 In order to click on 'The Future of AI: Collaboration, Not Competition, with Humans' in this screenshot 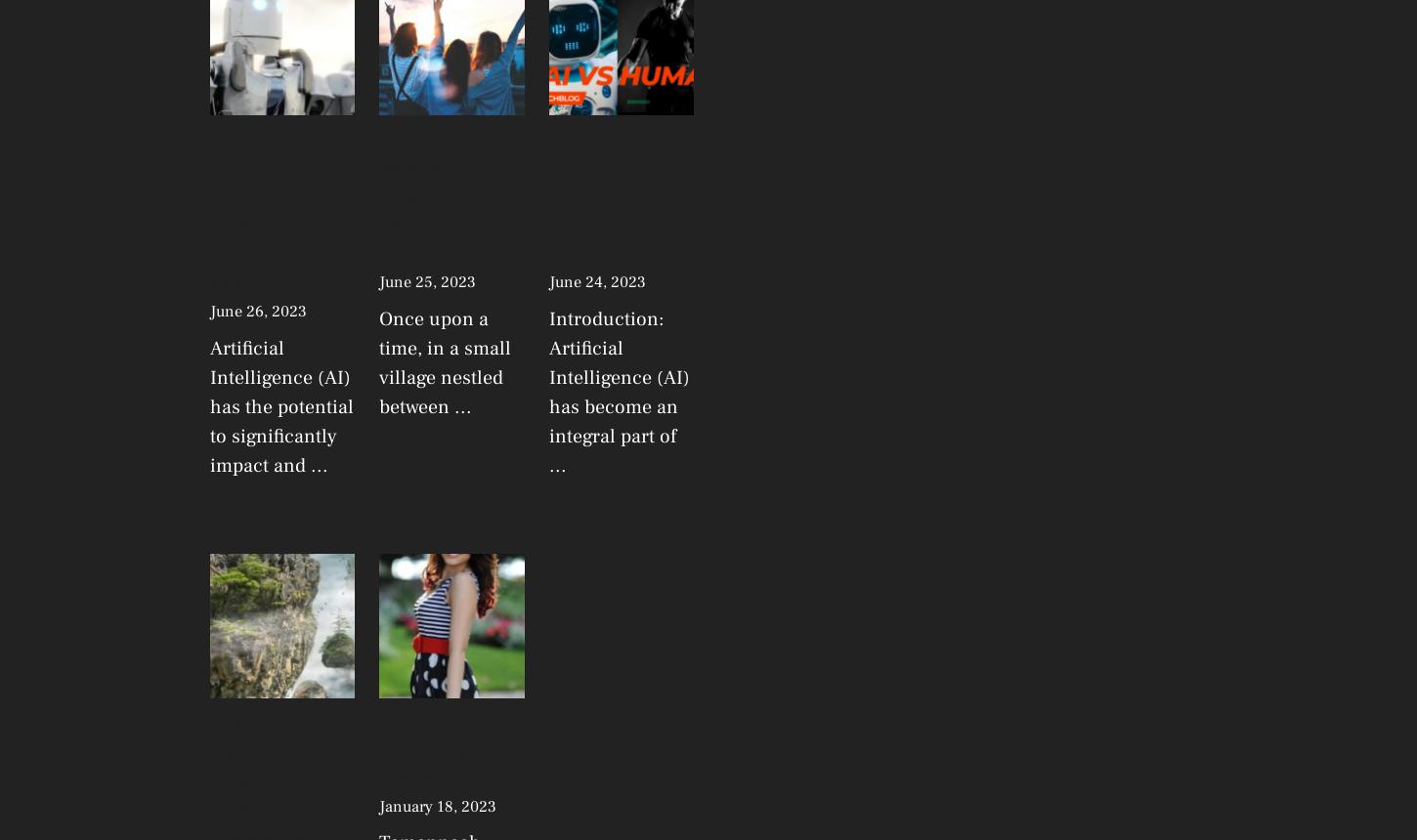, I will do `click(619, 196)`.